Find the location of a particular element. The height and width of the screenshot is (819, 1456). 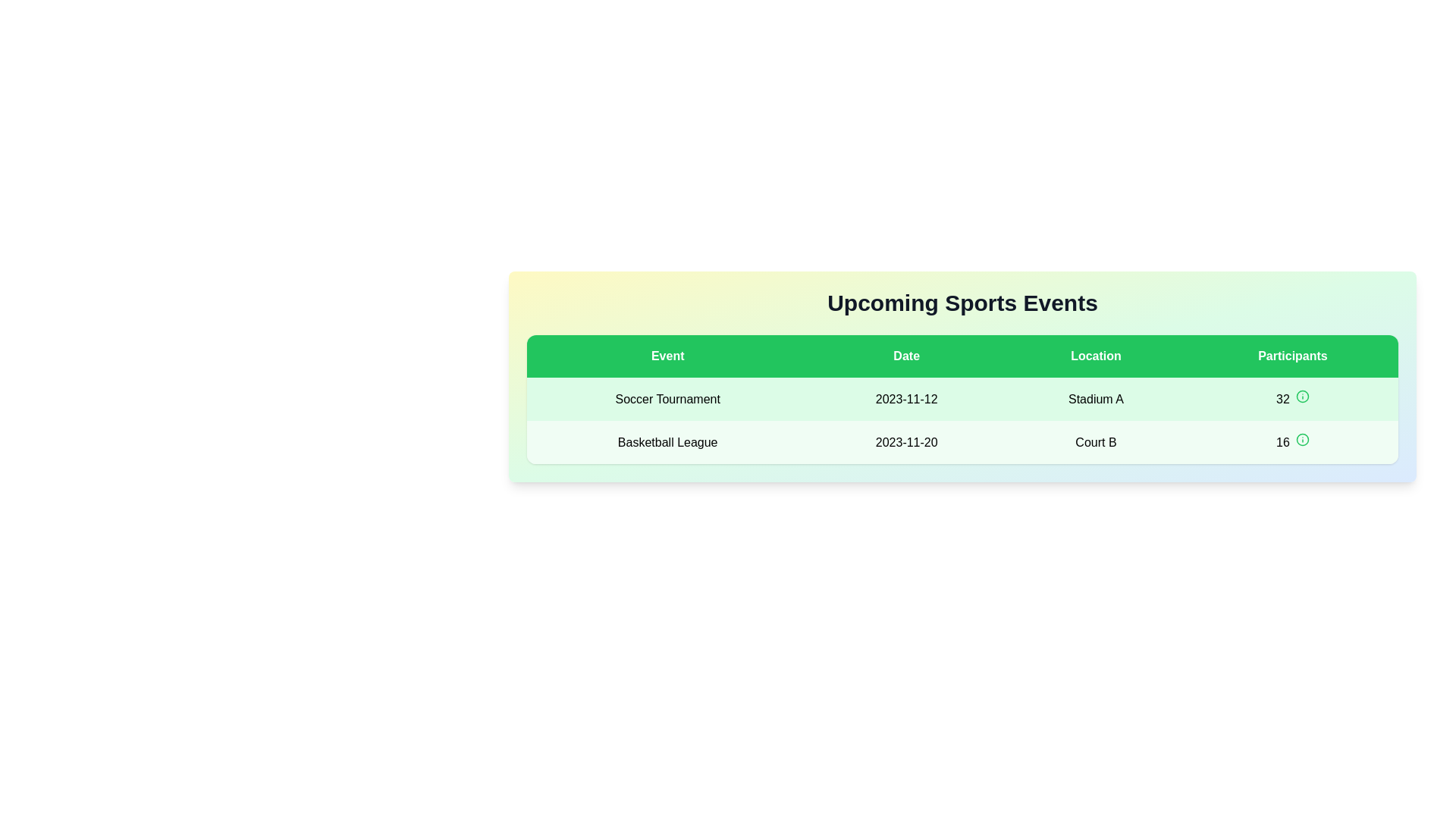

the primary SVG circle icon representing the participant count in the second row of the 'Participants' column, located to the right of the number 16 is located at coordinates (1301, 439).